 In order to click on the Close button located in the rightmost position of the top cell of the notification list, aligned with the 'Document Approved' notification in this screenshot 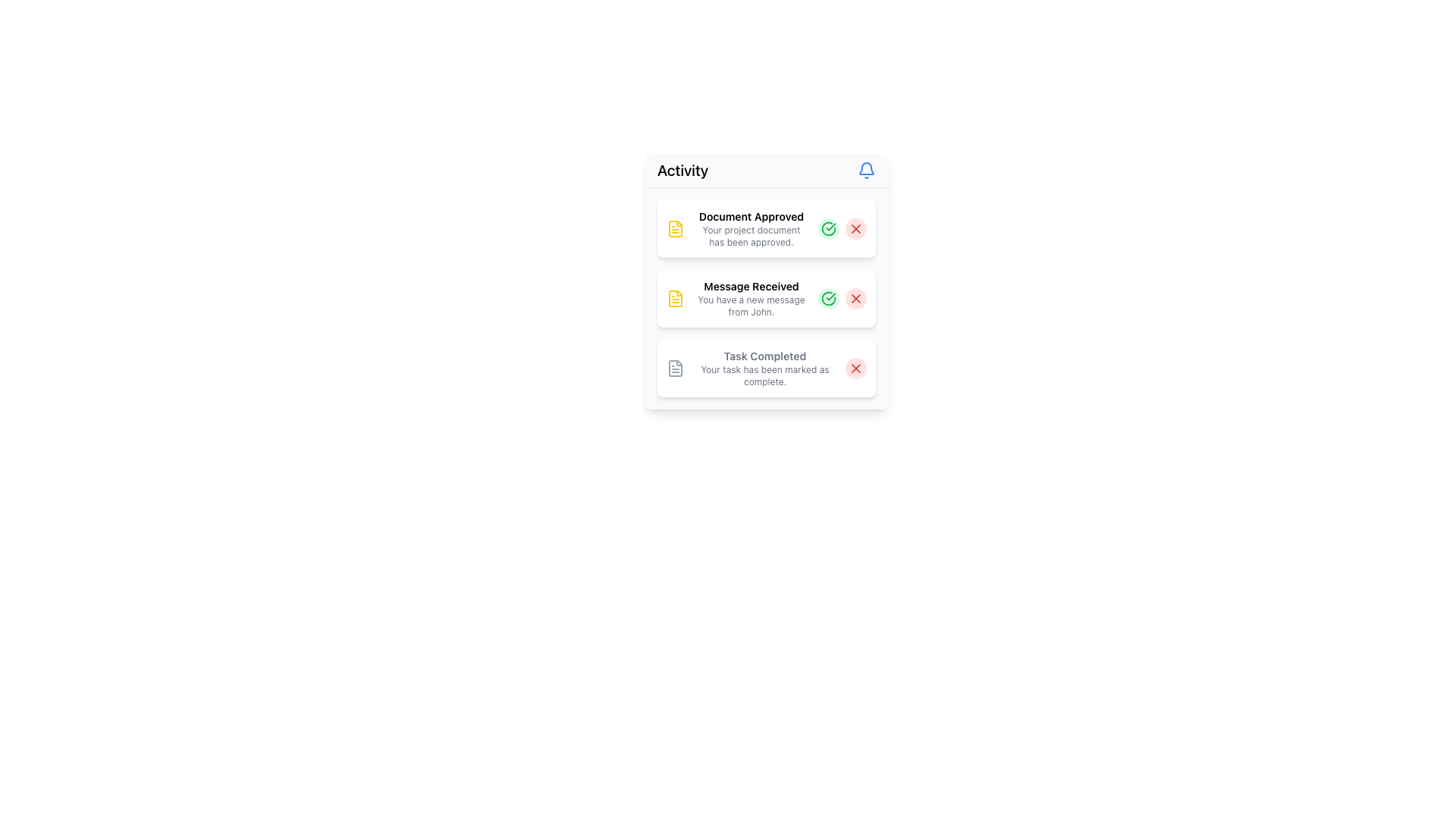, I will do `click(855, 228)`.